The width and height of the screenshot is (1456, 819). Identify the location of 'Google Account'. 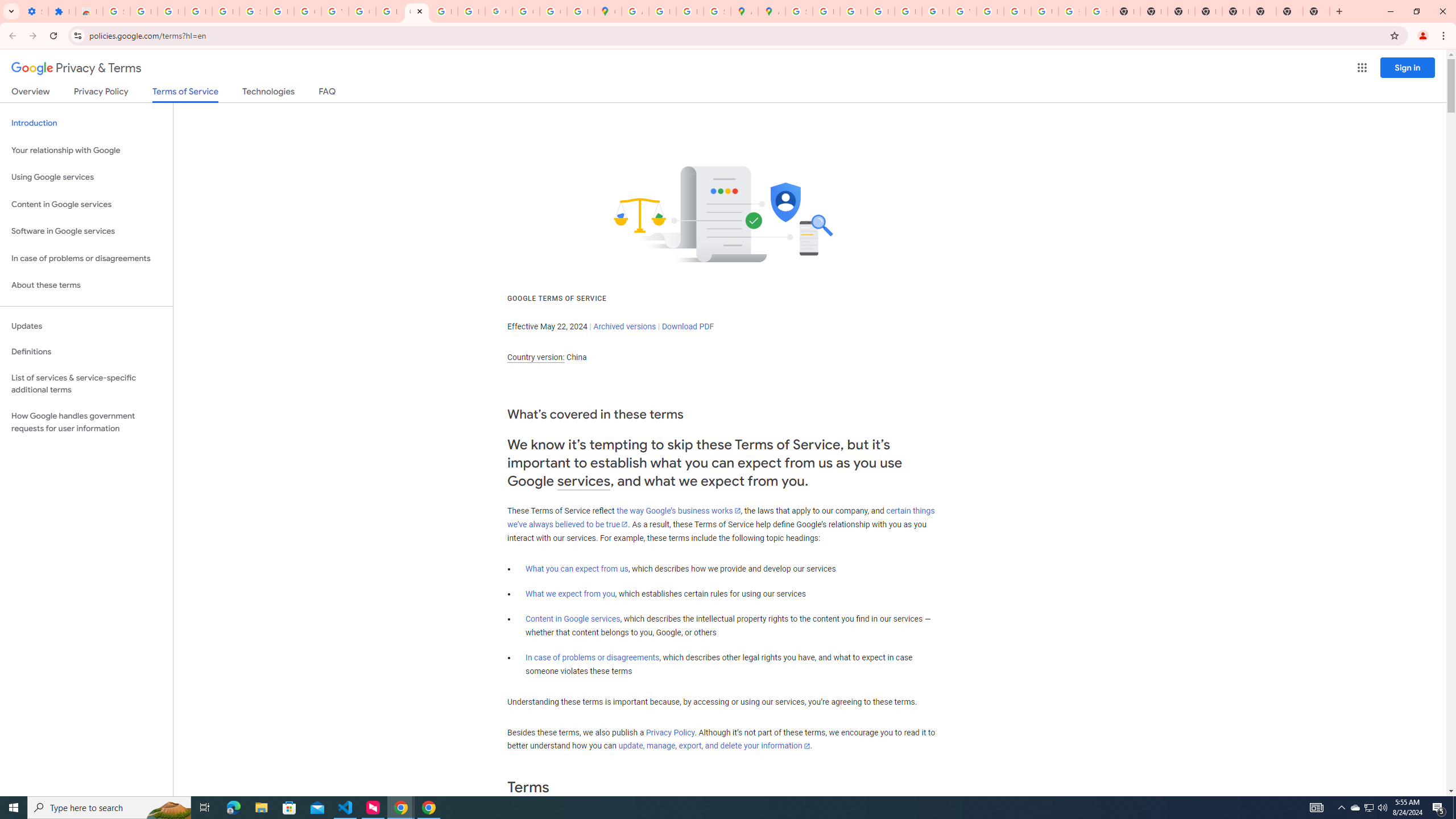
(307, 11).